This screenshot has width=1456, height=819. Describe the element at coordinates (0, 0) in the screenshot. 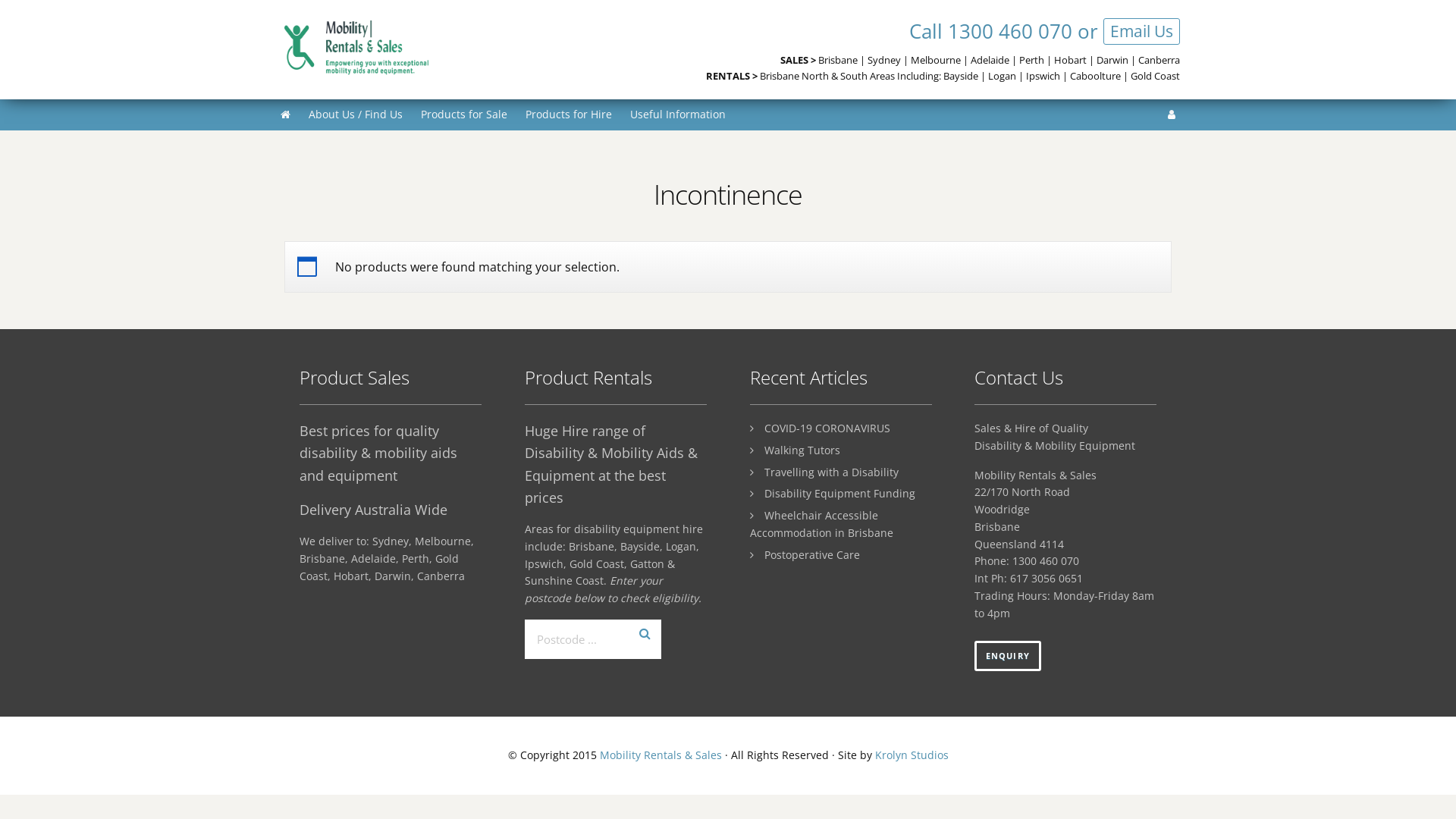

I see `'Skip to main content'` at that location.